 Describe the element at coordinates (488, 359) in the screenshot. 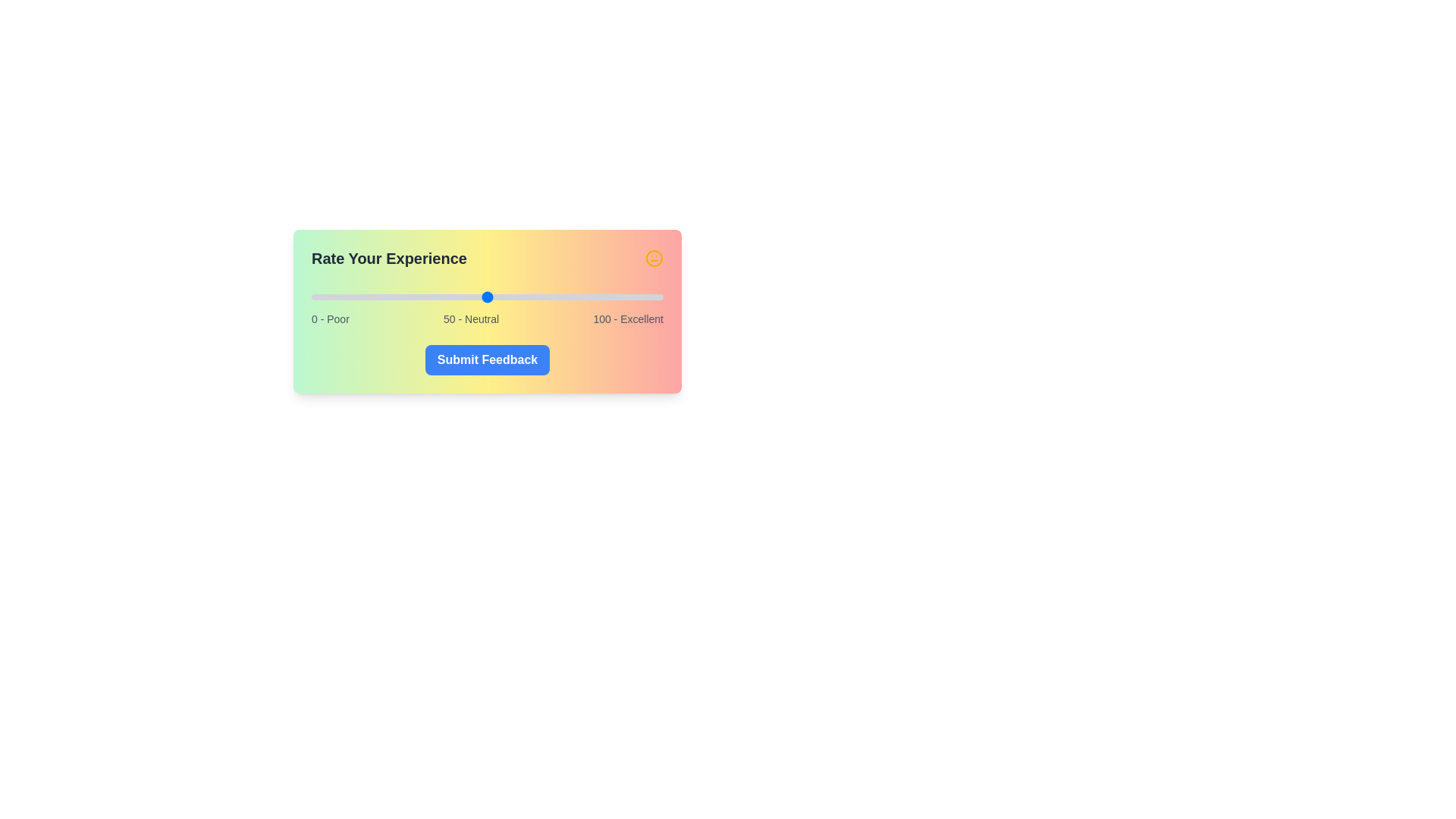

I see `the 'Submit Feedback' button` at that location.